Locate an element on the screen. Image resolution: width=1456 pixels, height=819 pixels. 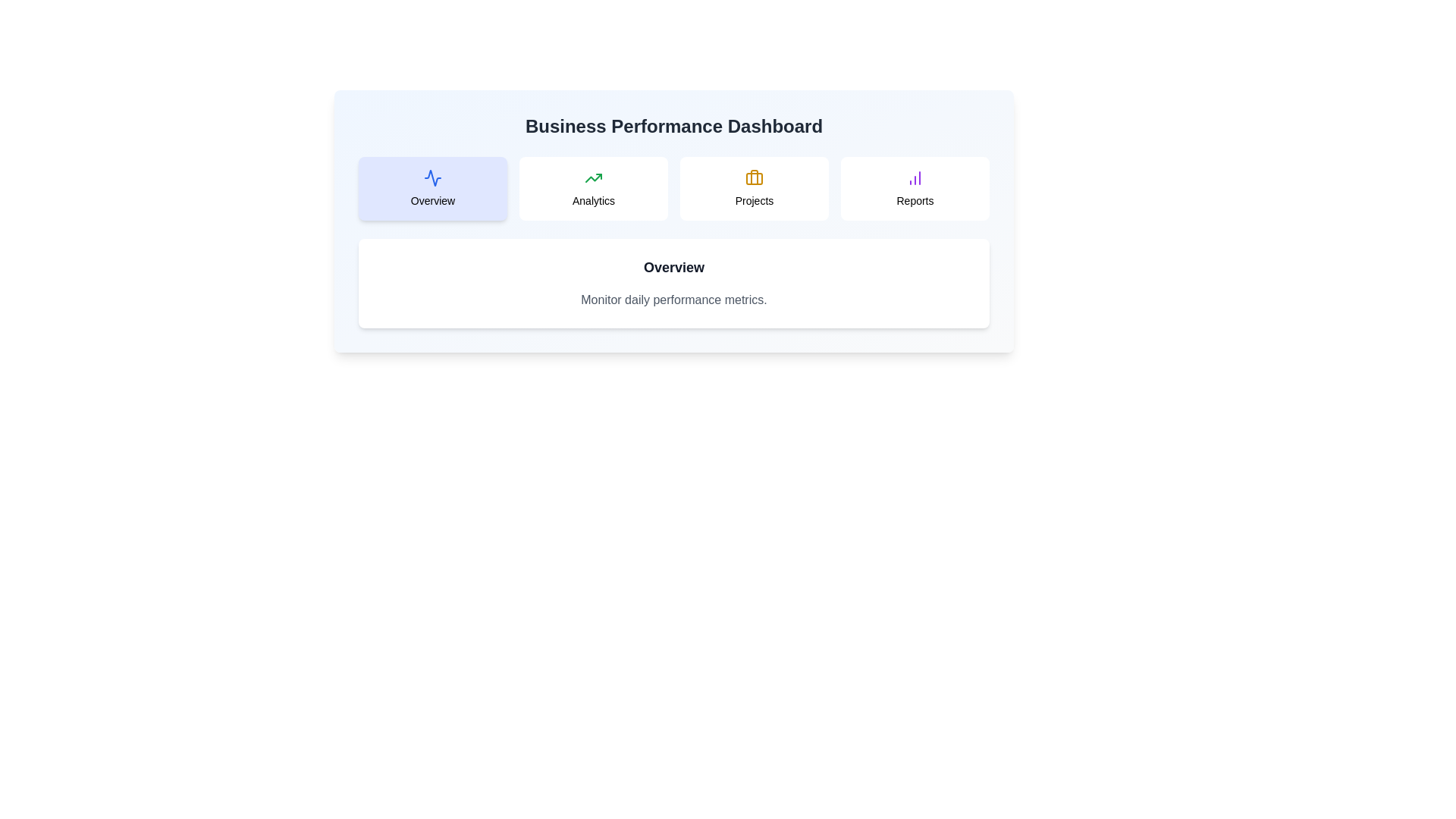
the tab corresponding to Projects to display hover feedback is located at coordinates (754, 188).